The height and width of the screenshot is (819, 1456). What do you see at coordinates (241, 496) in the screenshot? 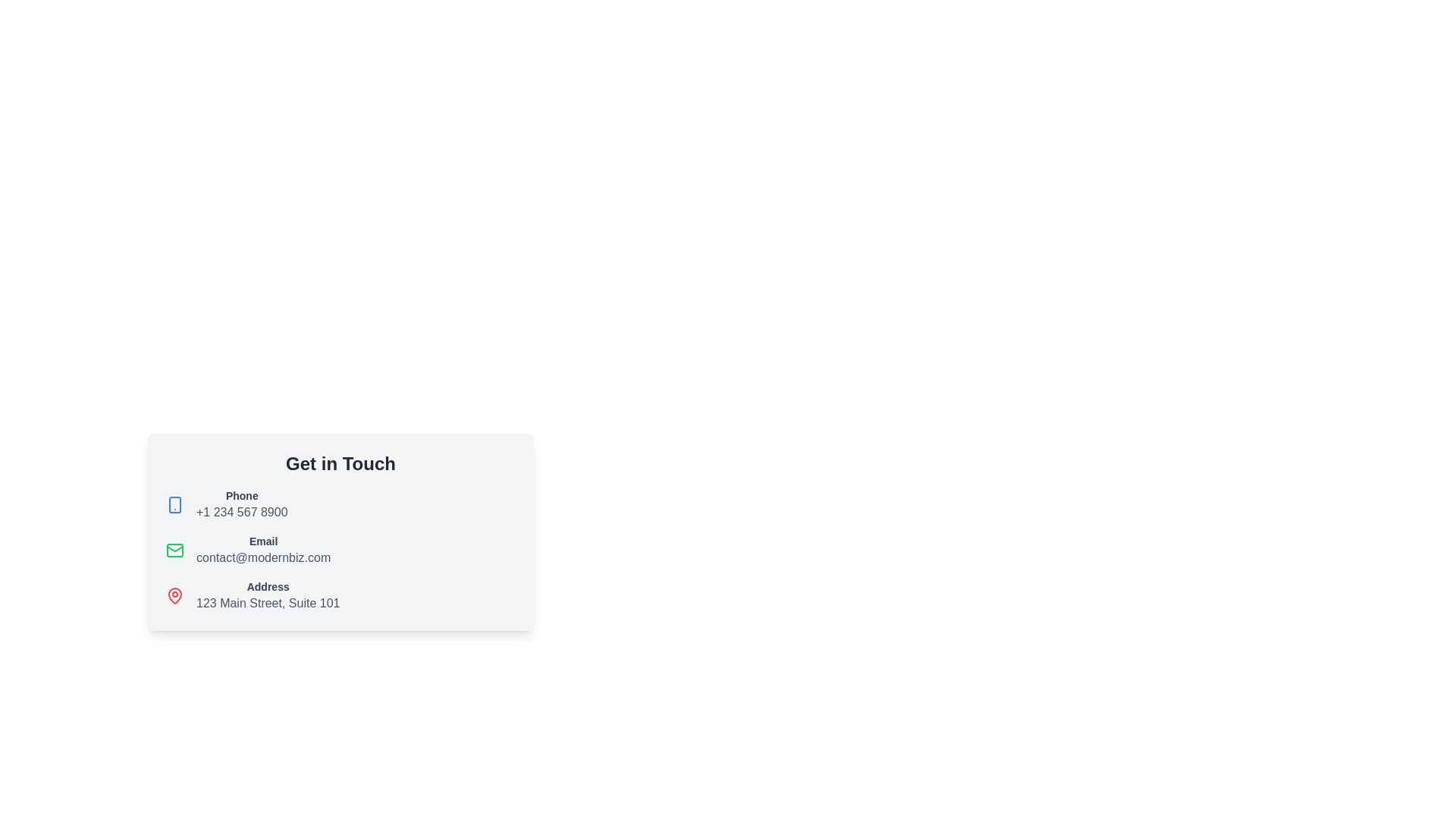
I see `the 'Phone' text label, which is bold and located at the top of the contact information section, next to a phone icon` at bounding box center [241, 496].